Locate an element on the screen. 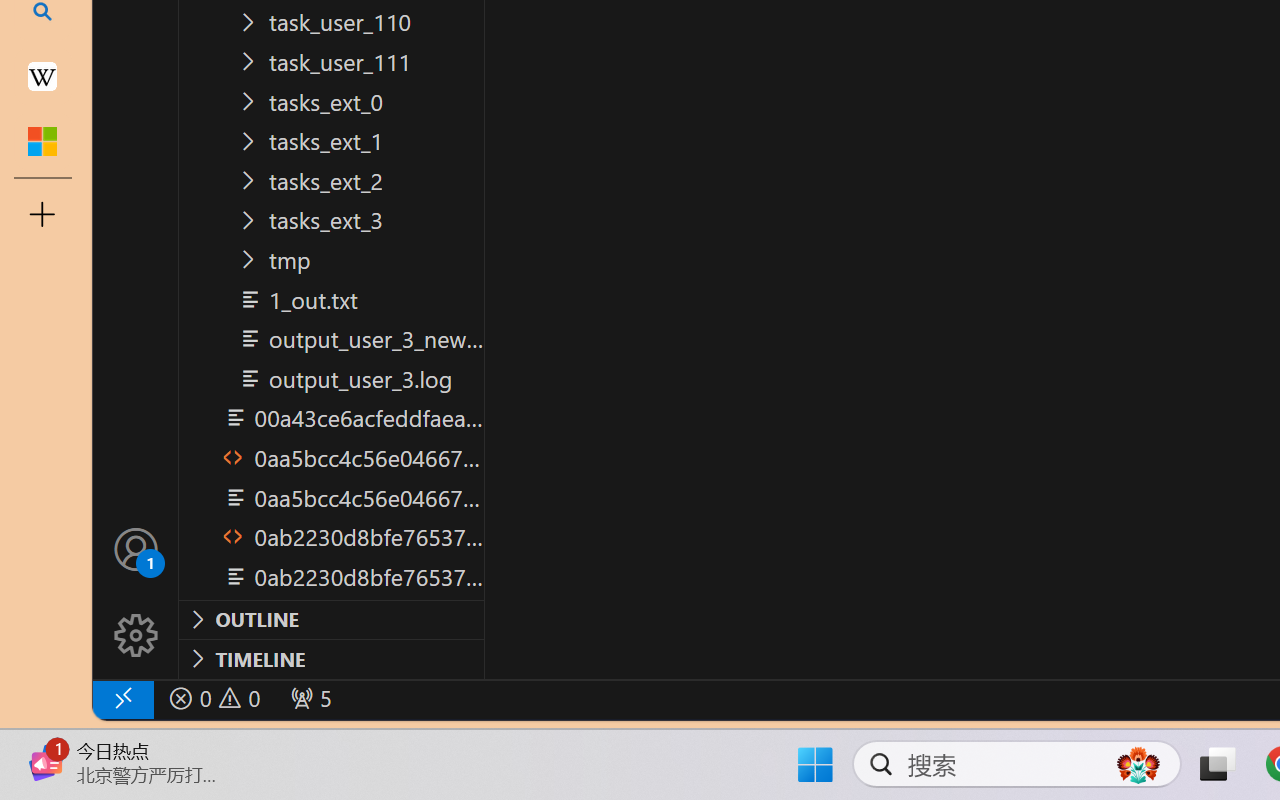 This screenshot has width=1280, height=800. 'No Problems' is located at coordinates (213, 698).